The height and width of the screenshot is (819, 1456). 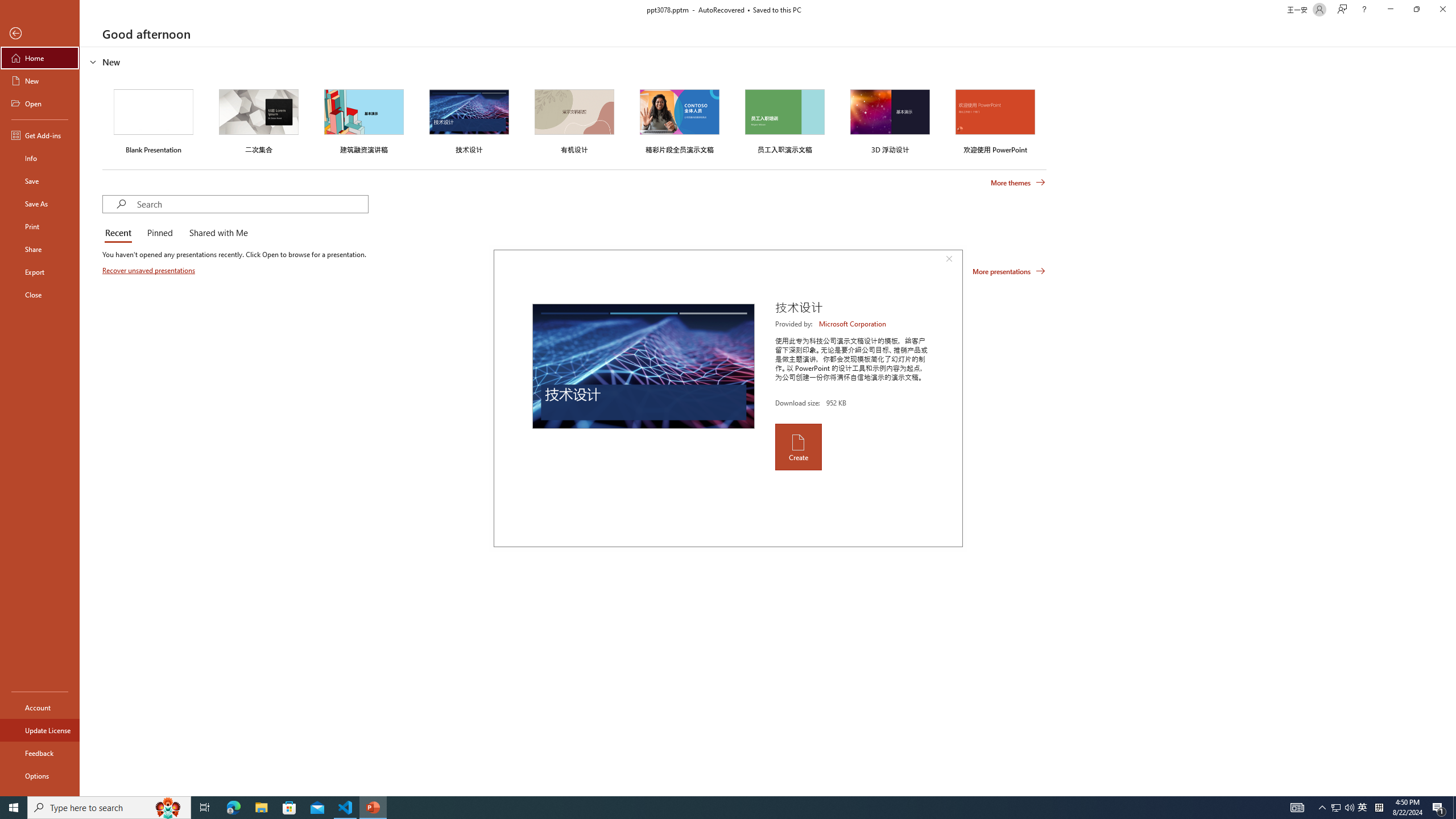 What do you see at coordinates (39, 157) in the screenshot?
I see `'Info'` at bounding box center [39, 157].